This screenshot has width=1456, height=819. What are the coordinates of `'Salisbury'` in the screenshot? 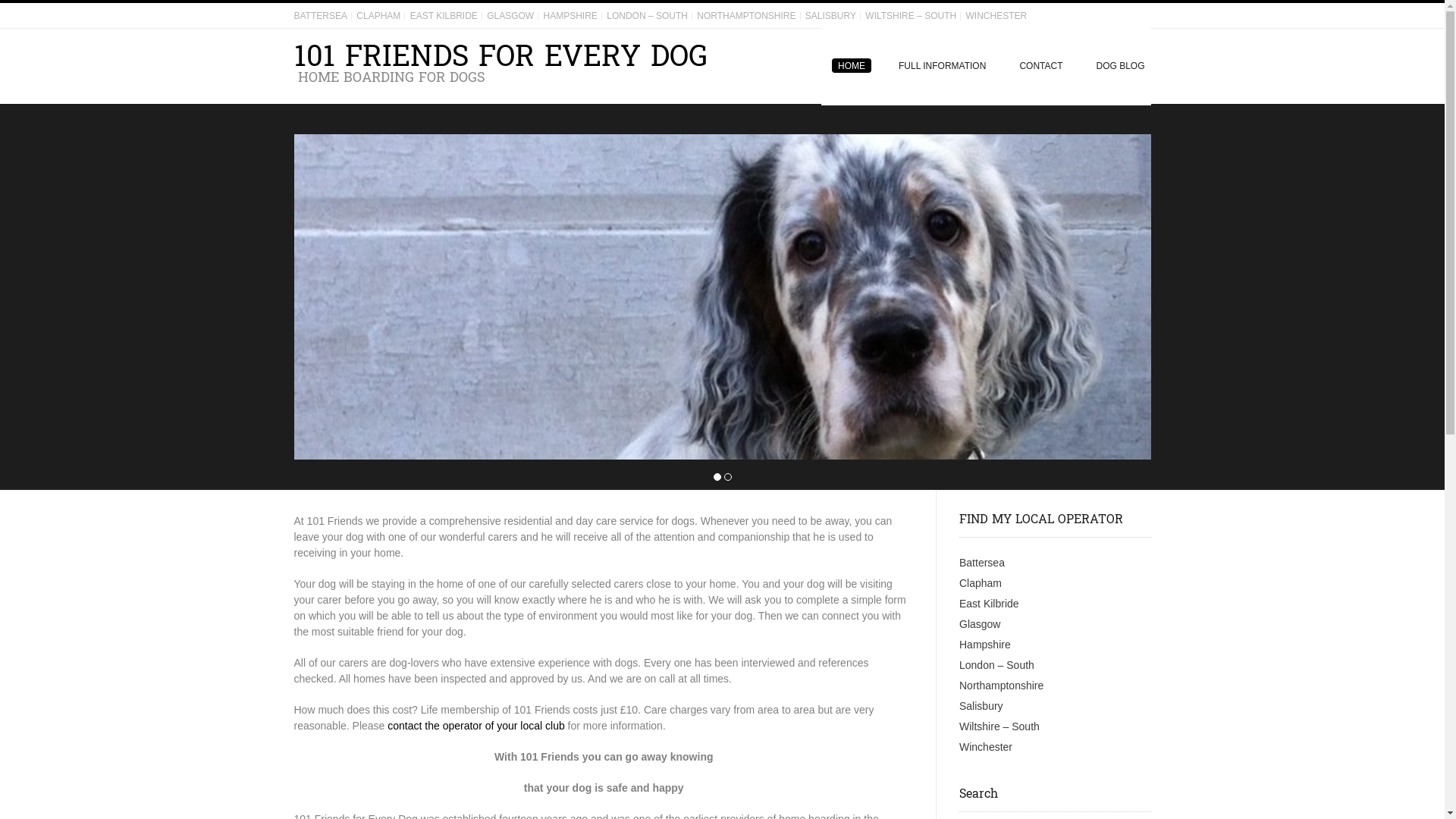 It's located at (959, 705).